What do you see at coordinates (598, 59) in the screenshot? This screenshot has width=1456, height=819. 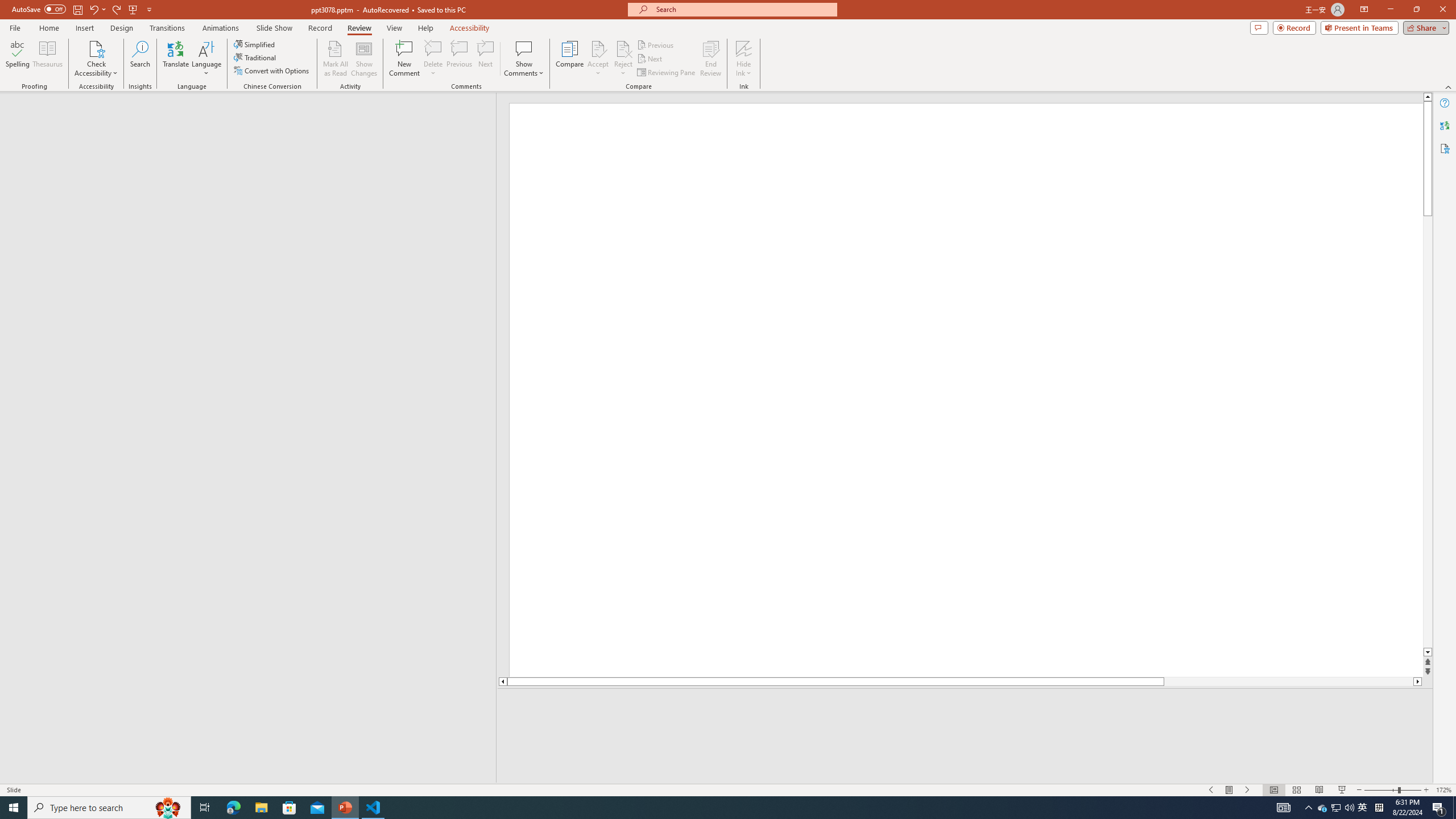 I see `'Accept'` at bounding box center [598, 59].